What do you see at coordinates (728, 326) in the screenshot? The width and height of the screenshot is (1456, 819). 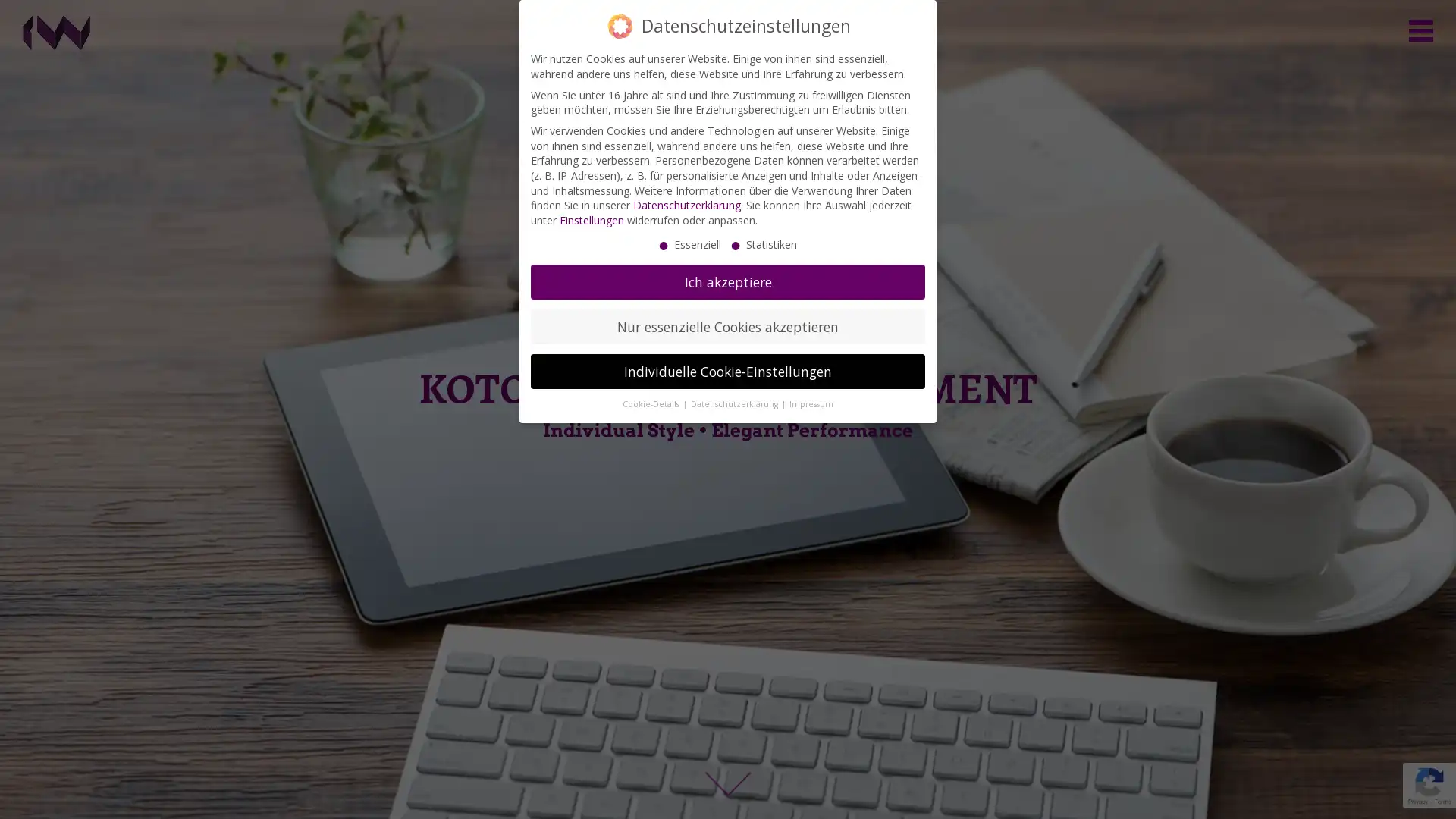 I see `Nur essenzielle Cookies akzeptieren` at bounding box center [728, 326].